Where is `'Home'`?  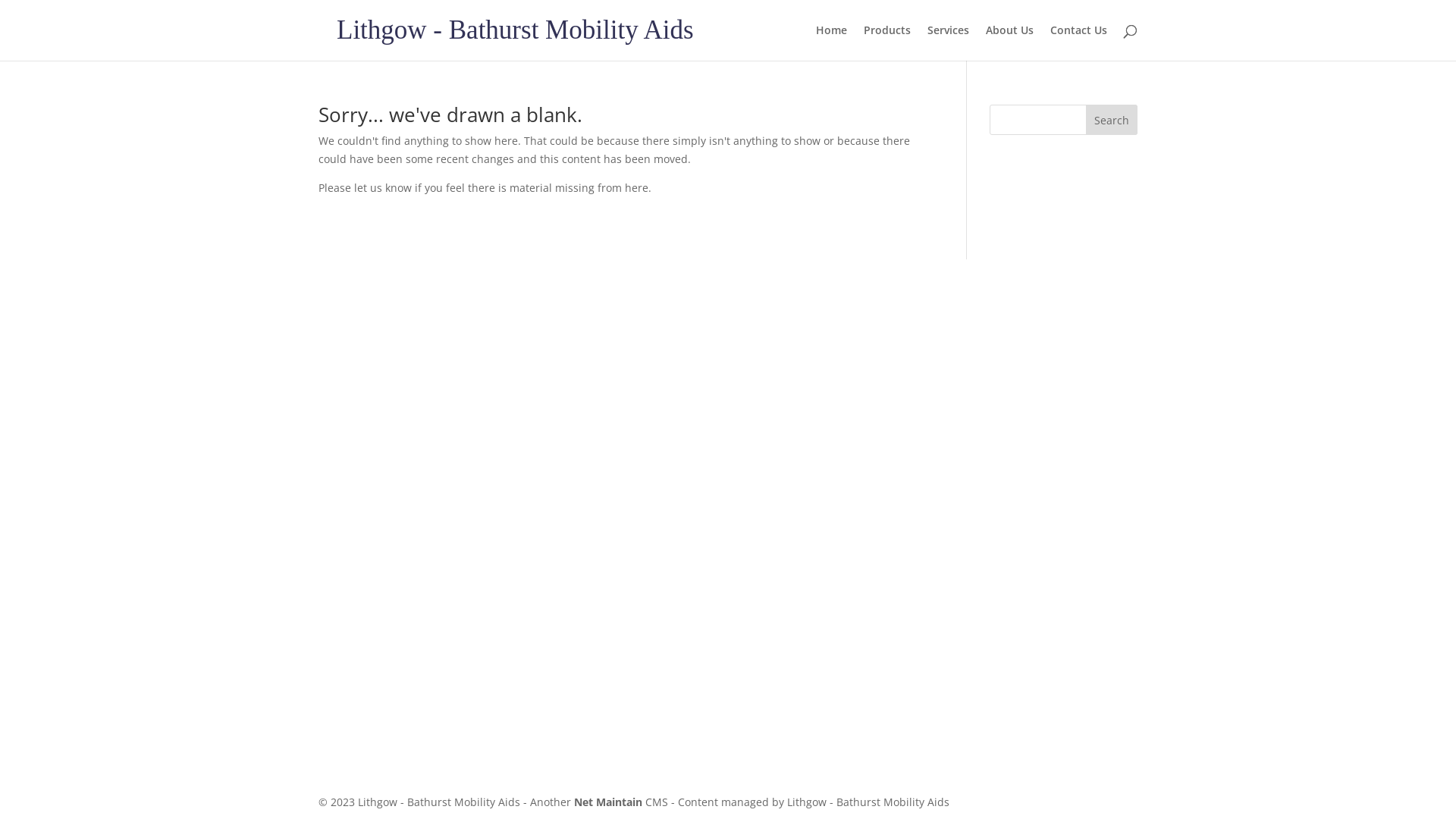 'Home' is located at coordinates (830, 42).